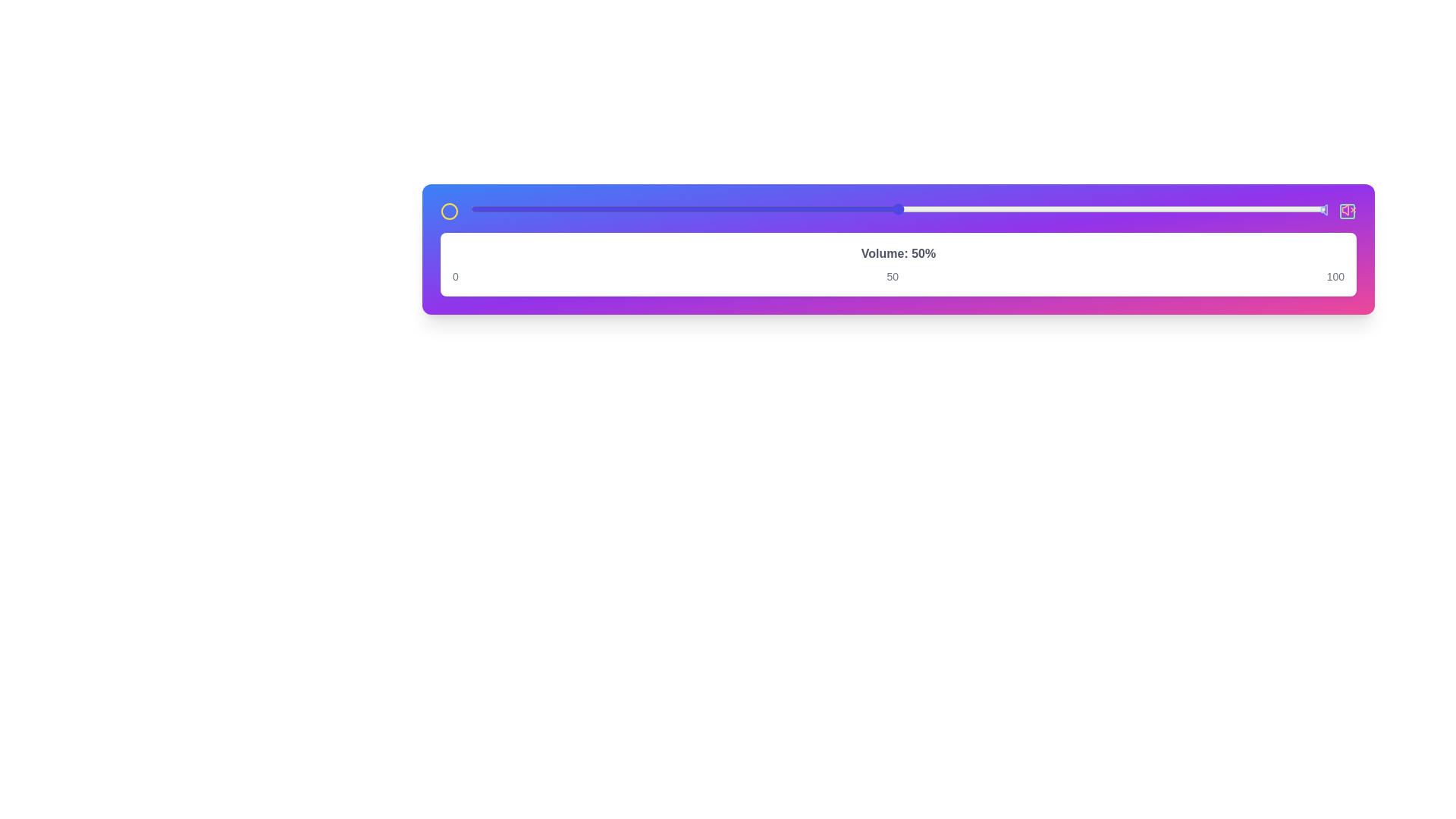  Describe the element at coordinates (449, 211) in the screenshot. I see `the circle icon to interact with it` at that location.